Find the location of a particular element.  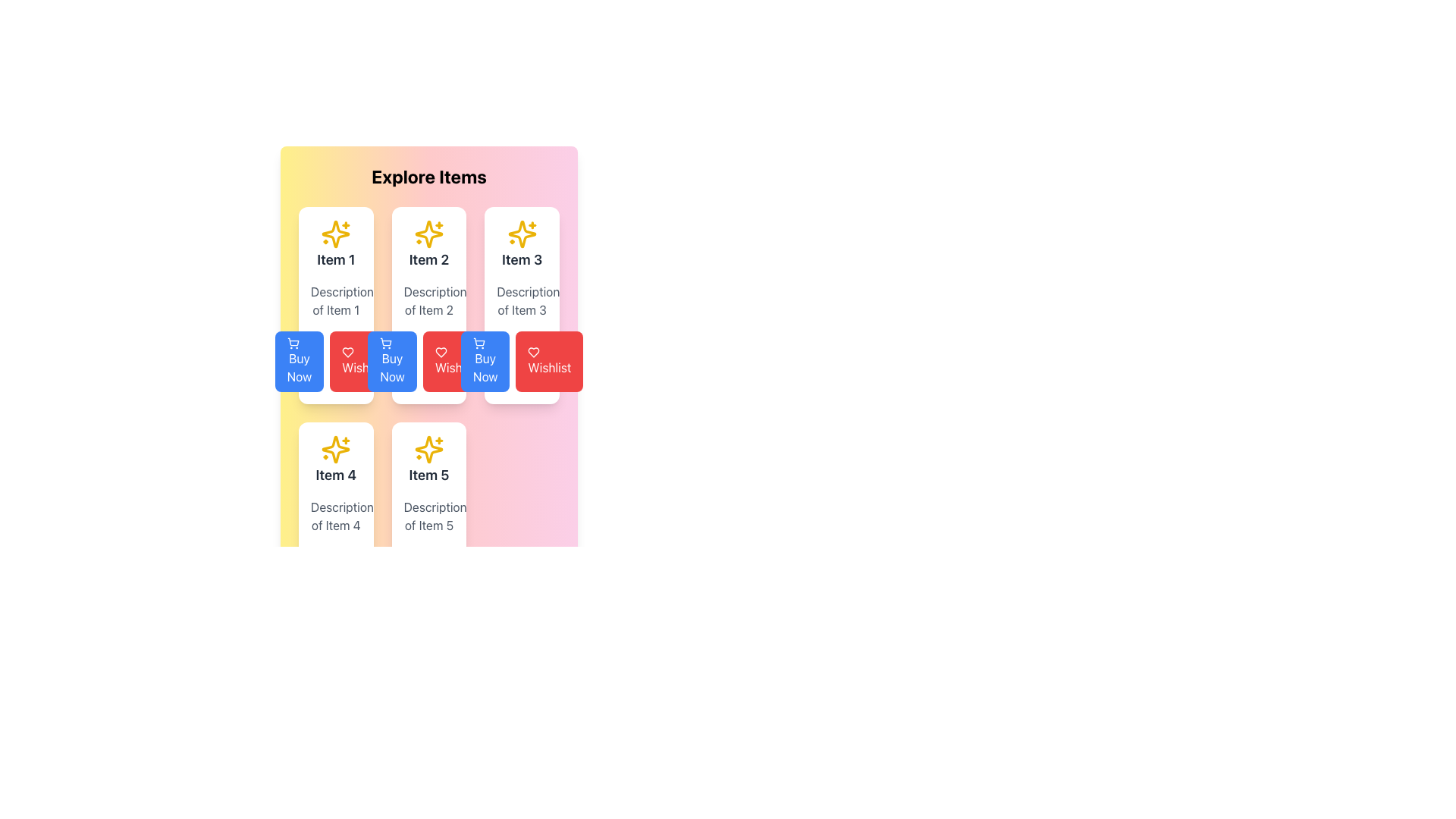

the decorative icon located at the top section of the card for 'Item 2', which enhances the visual appeal without any interactive behavior is located at coordinates (428, 234).